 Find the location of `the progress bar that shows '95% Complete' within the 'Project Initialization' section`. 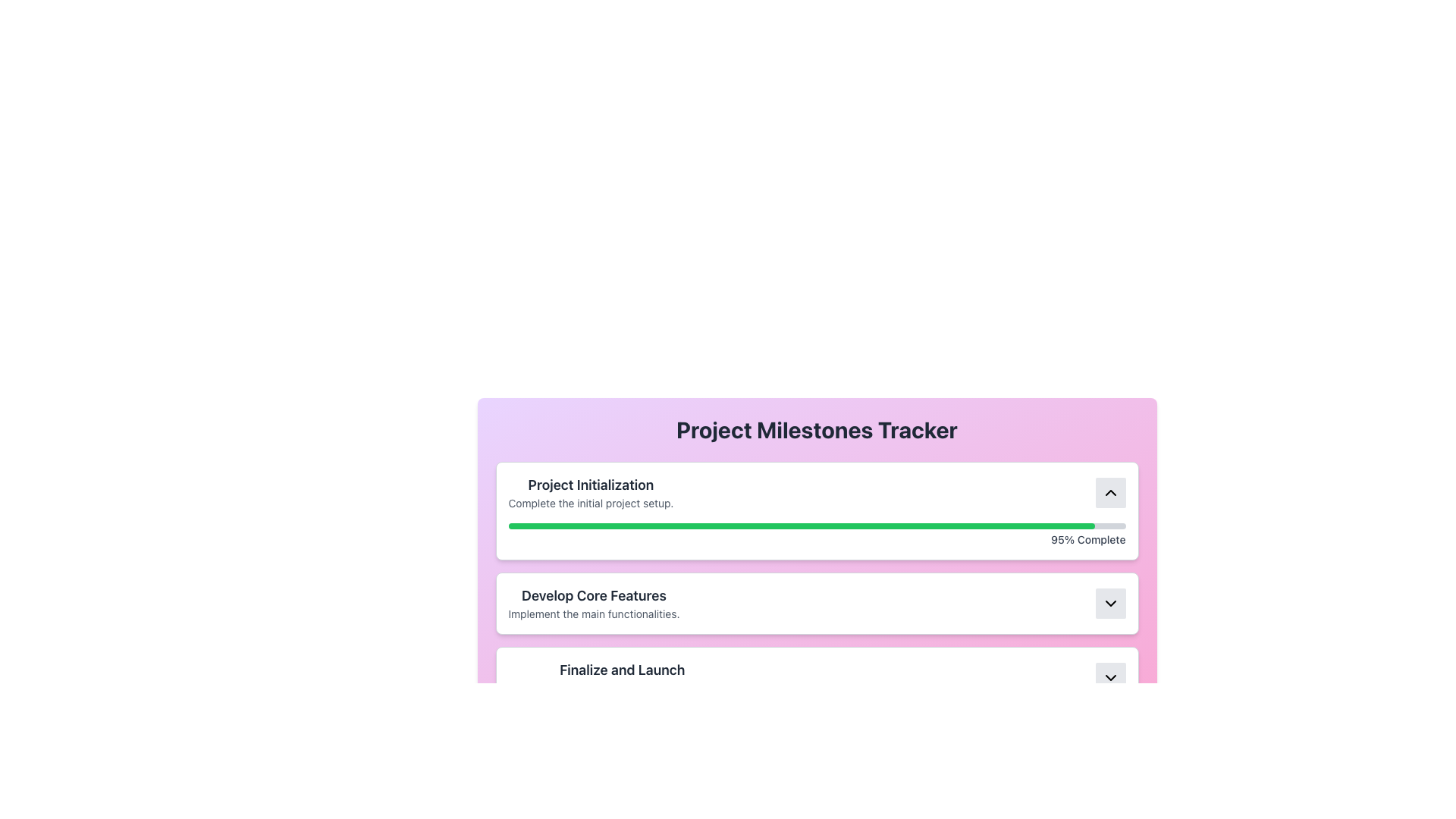

the progress bar that shows '95% Complete' within the 'Project Initialization' section is located at coordinates (816, 534).